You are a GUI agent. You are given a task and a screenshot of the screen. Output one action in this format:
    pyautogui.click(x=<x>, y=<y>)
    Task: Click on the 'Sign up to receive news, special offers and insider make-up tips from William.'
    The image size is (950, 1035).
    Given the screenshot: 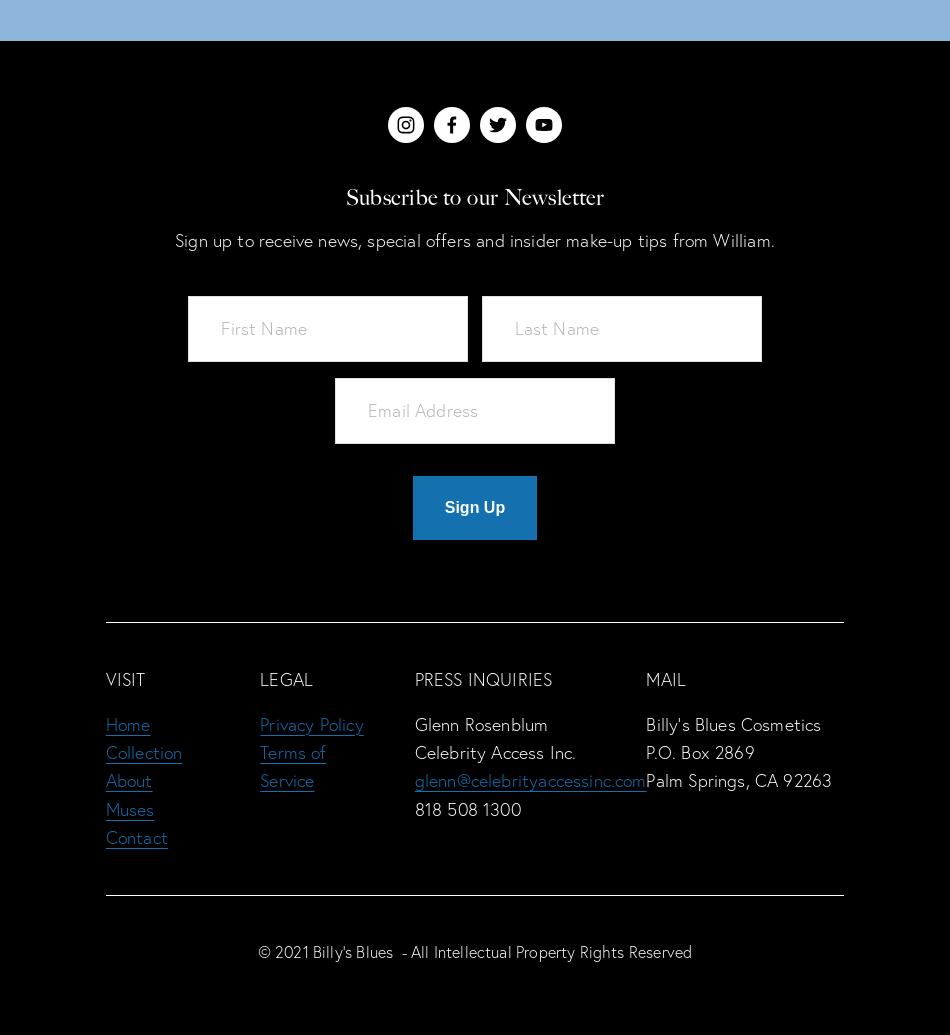 What is the action you would take?
    pyautogui.click(x=473, y=240)
    